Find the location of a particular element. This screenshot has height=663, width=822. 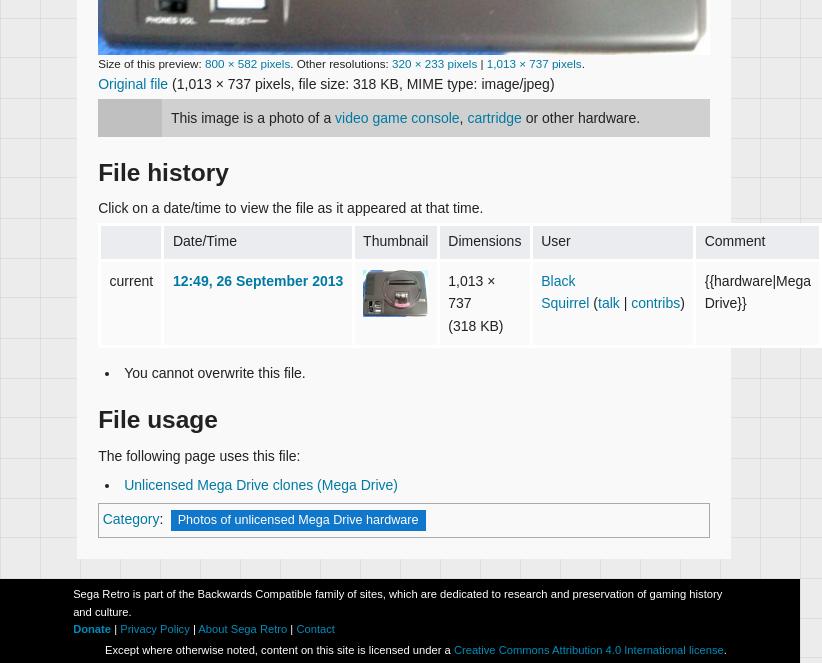

'Click on a date/time to view the file as it appeared at that time.' is located at coordinates (290, 206).